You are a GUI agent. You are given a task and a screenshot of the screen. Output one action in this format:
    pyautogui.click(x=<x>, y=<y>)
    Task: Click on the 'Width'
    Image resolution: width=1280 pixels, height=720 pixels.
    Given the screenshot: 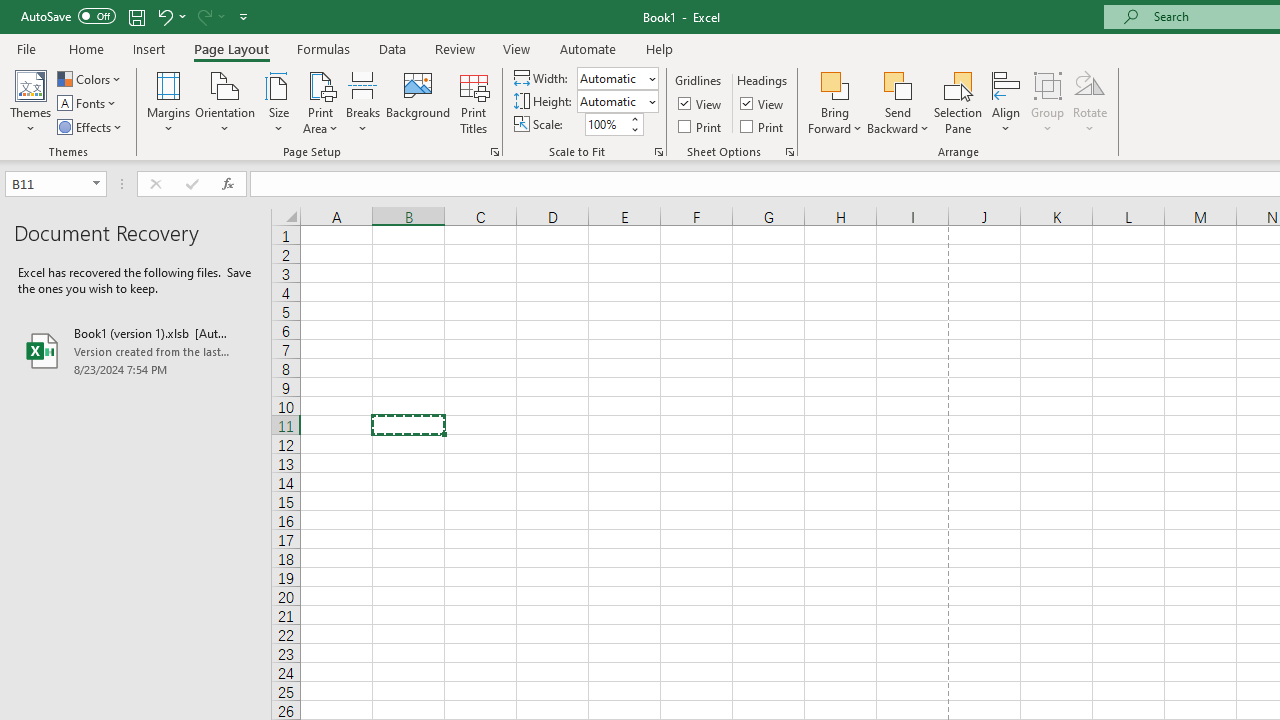 What is the action you would take?
    pyautogui.click(x=617, y=77)
    